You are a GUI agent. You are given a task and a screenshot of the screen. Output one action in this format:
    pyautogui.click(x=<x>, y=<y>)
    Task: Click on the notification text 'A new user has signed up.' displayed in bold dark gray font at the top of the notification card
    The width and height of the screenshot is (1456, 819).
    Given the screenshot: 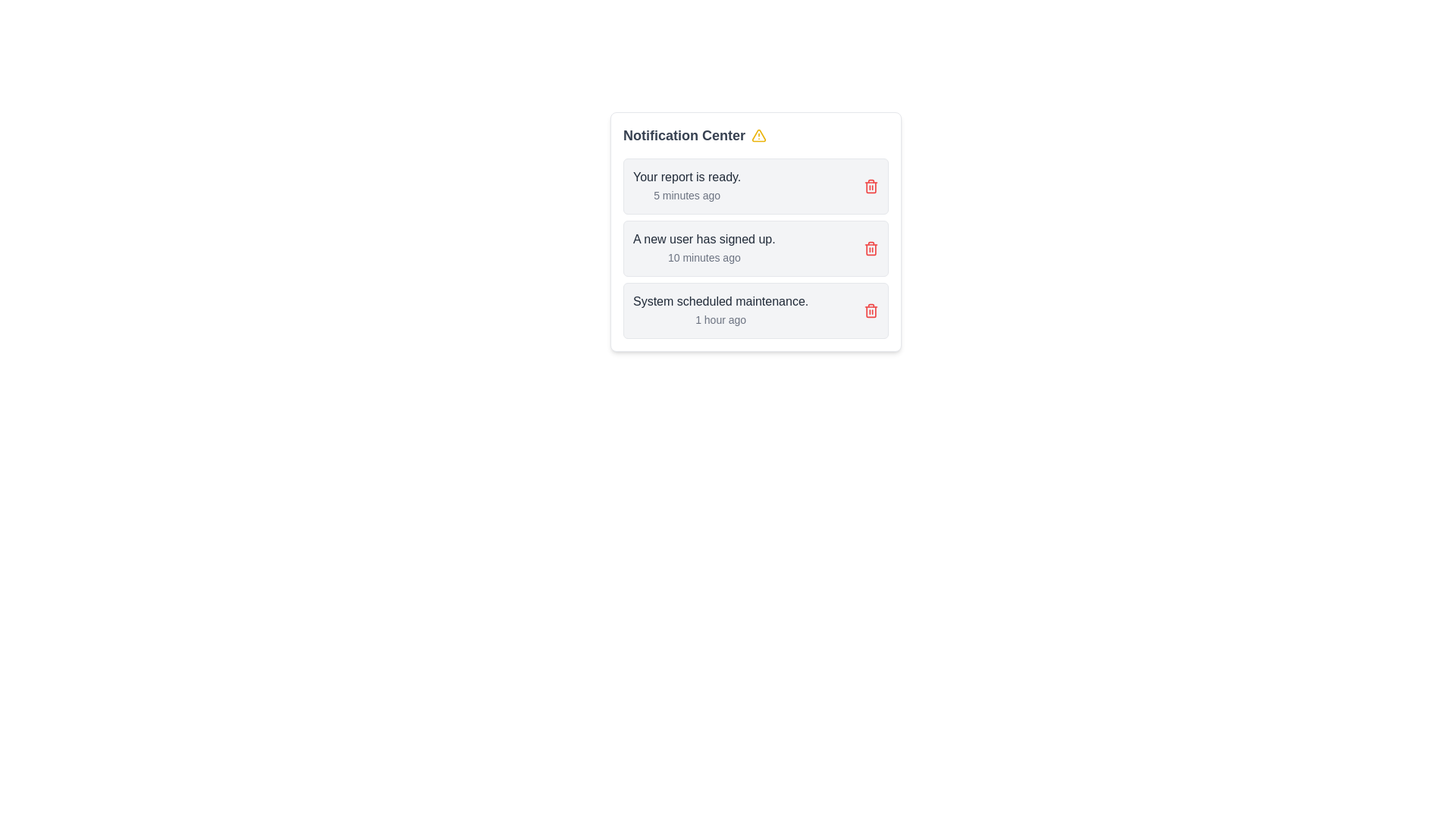 What is the action you would take?
    pyautogui.click(x=703, y=239)
    